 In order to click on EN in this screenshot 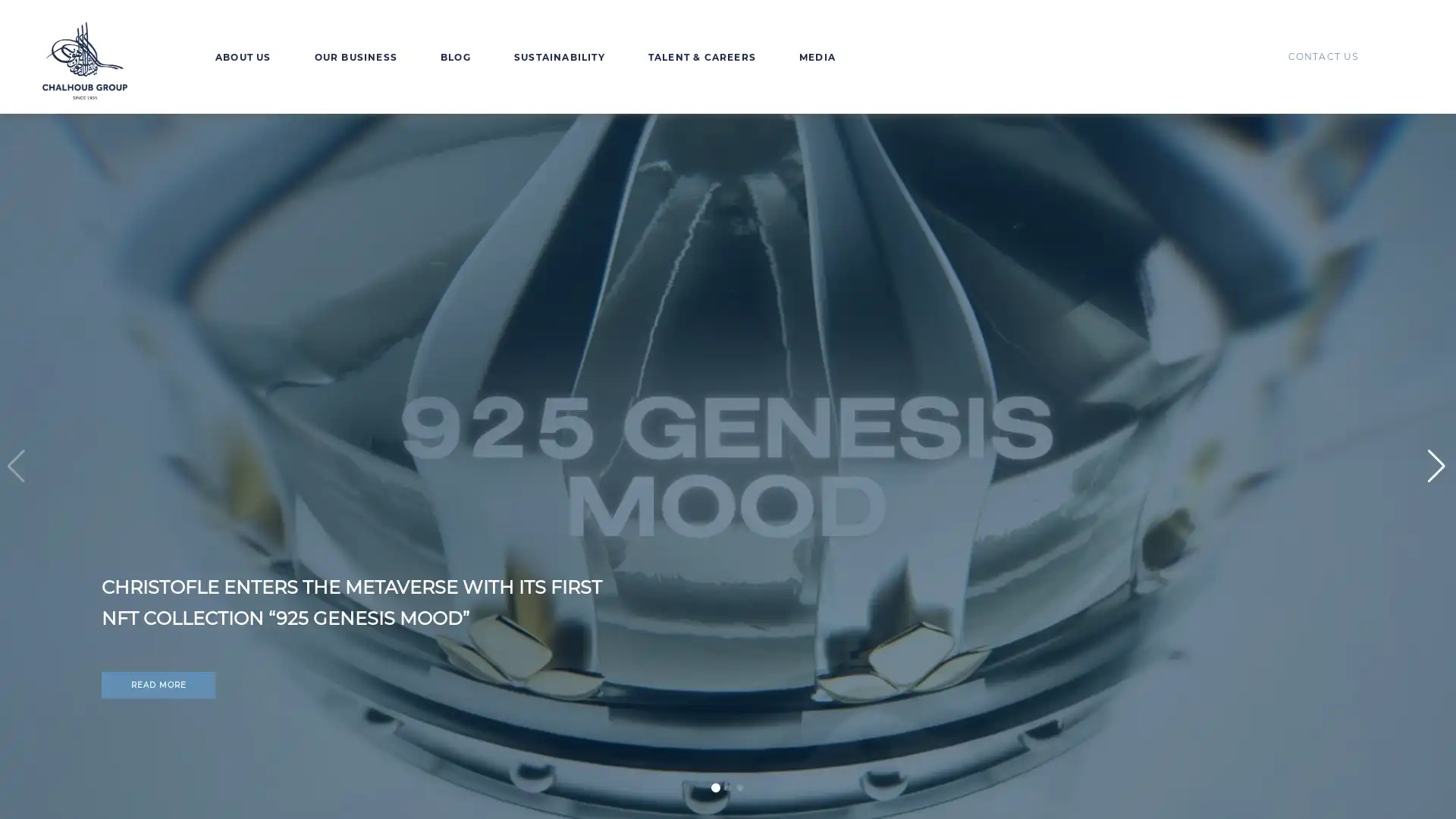, I will do `click(1234, 46)`.